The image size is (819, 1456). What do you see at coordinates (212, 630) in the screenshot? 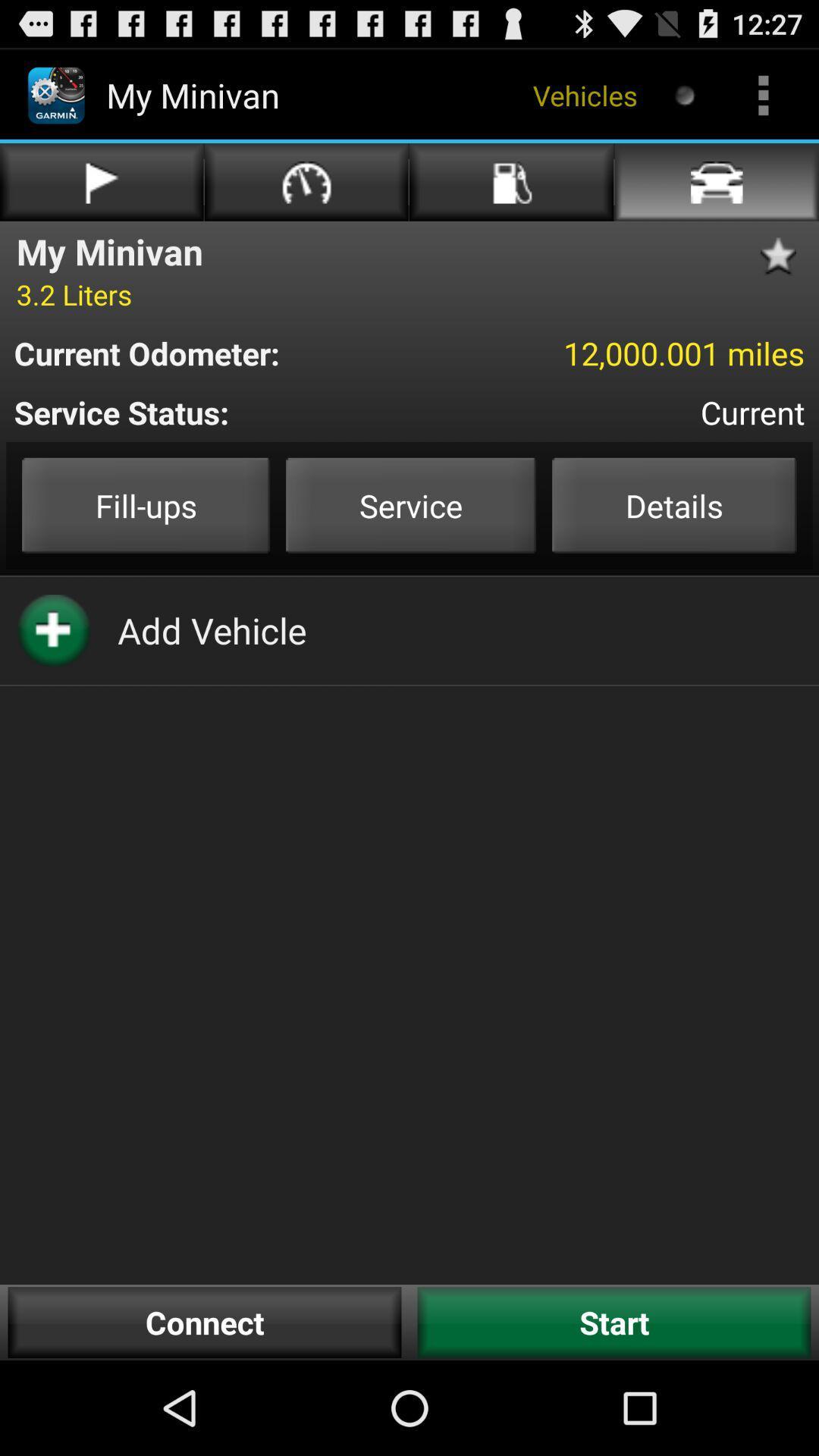
I see `add vehicle icon` at bounding box center [212, 630].